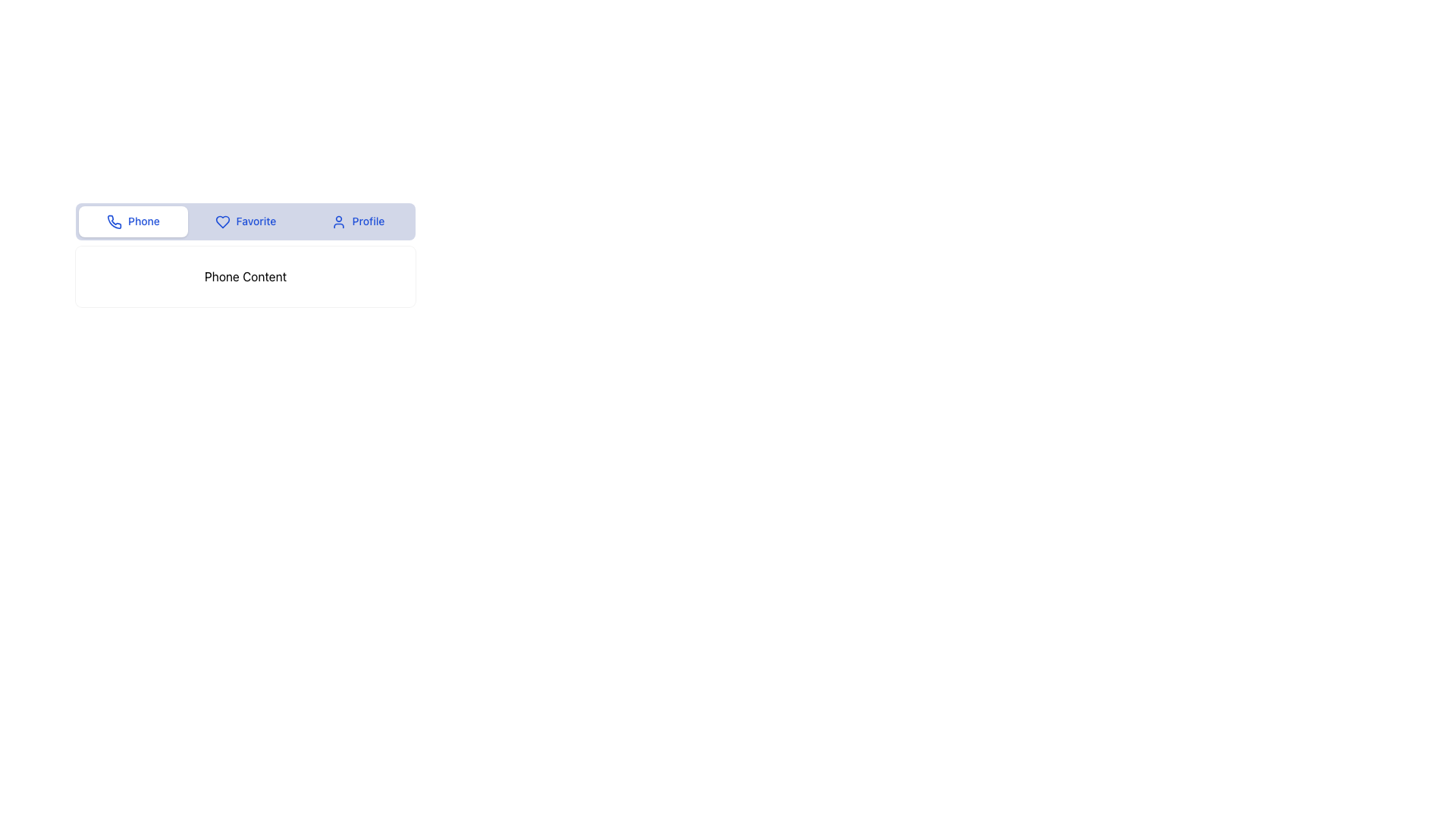  I want to click on the heart-shaped icon with an outlined design located within the 'Favorite' tab, which is the second tab from the left in the horizontal tab list, so click(221, 222).